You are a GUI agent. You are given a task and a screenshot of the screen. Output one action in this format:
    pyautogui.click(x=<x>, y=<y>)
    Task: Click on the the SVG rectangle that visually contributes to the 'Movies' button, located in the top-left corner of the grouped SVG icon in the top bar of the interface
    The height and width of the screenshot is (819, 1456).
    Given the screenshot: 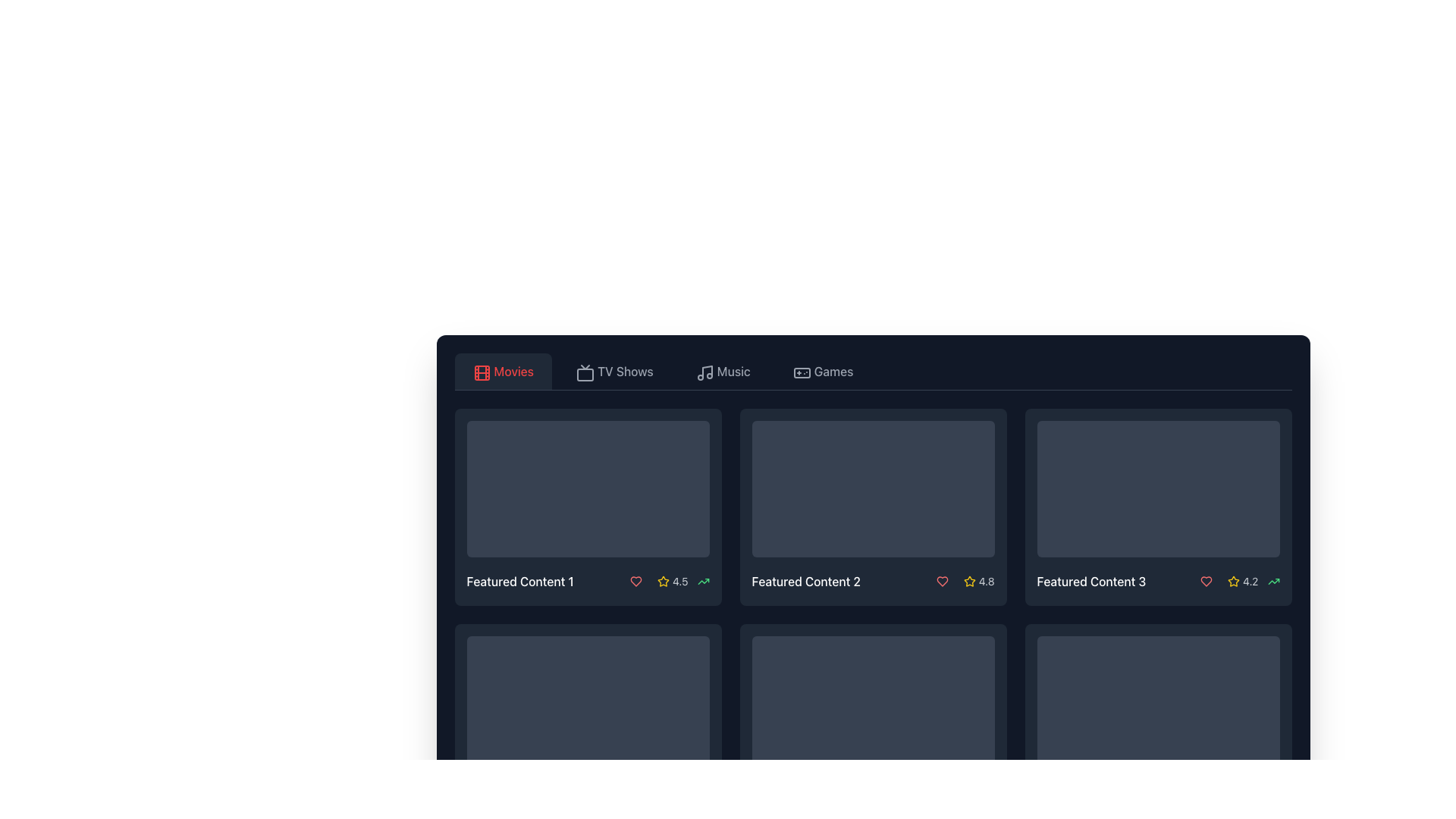 What is the action you would take?
    pyautogui.click(x=481, y=373)
    